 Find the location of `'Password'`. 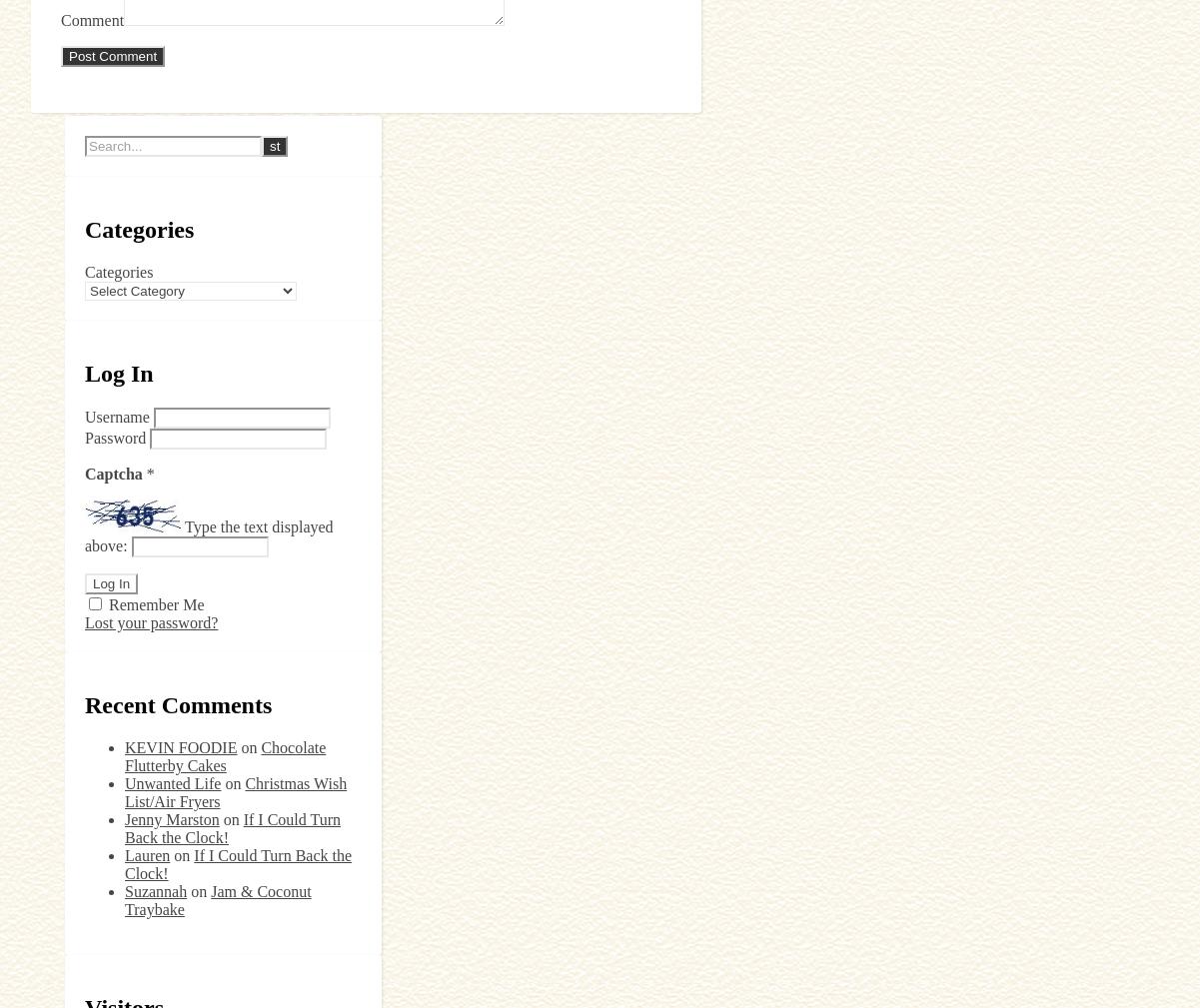

'Password' is located at coordinates (115, 436).